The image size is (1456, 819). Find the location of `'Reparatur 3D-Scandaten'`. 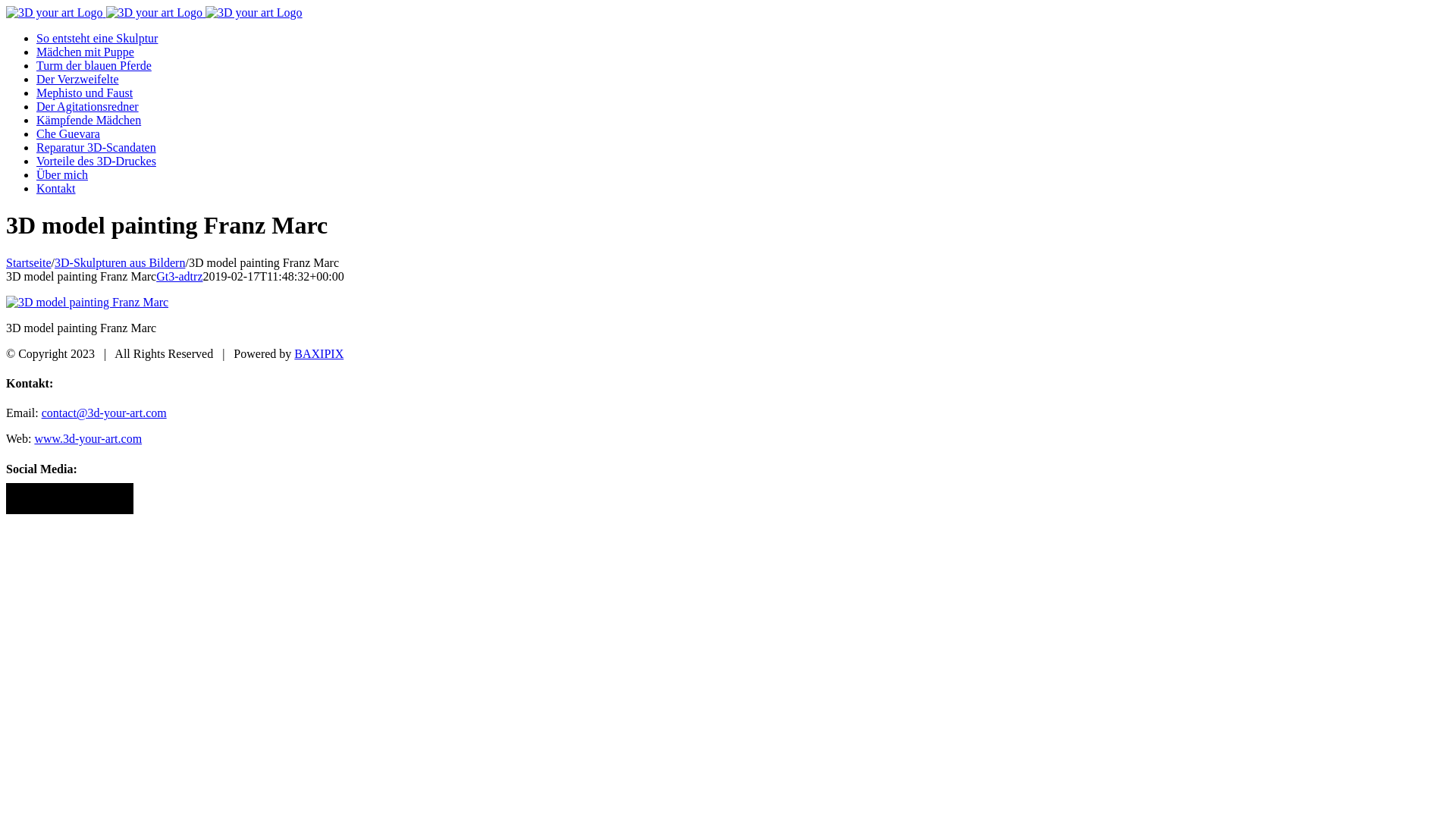

'Reparatur 3D-Scandaten' is located at coordinates (95, 147).